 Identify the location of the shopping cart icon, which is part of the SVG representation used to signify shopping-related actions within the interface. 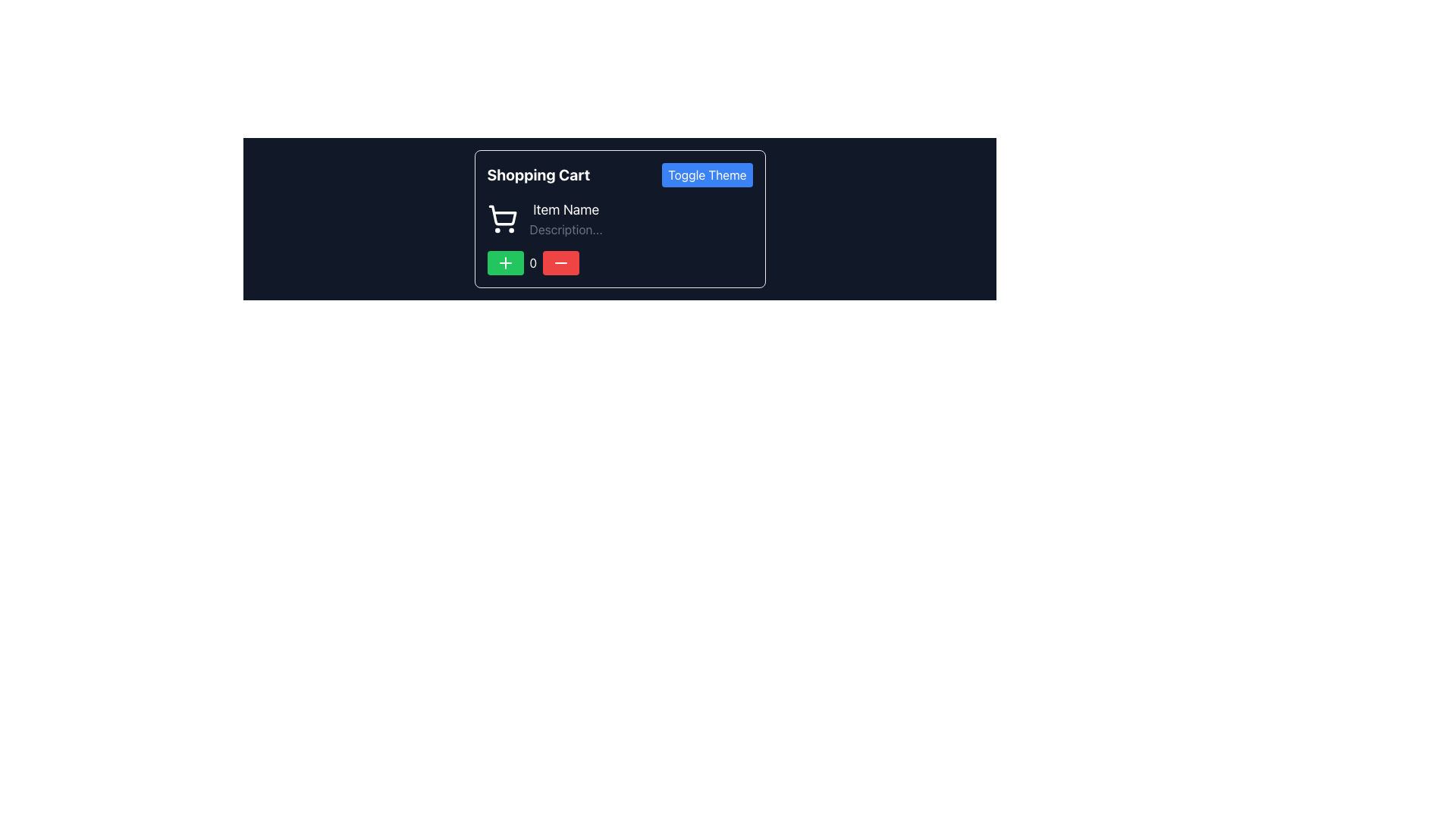
(502, 215).